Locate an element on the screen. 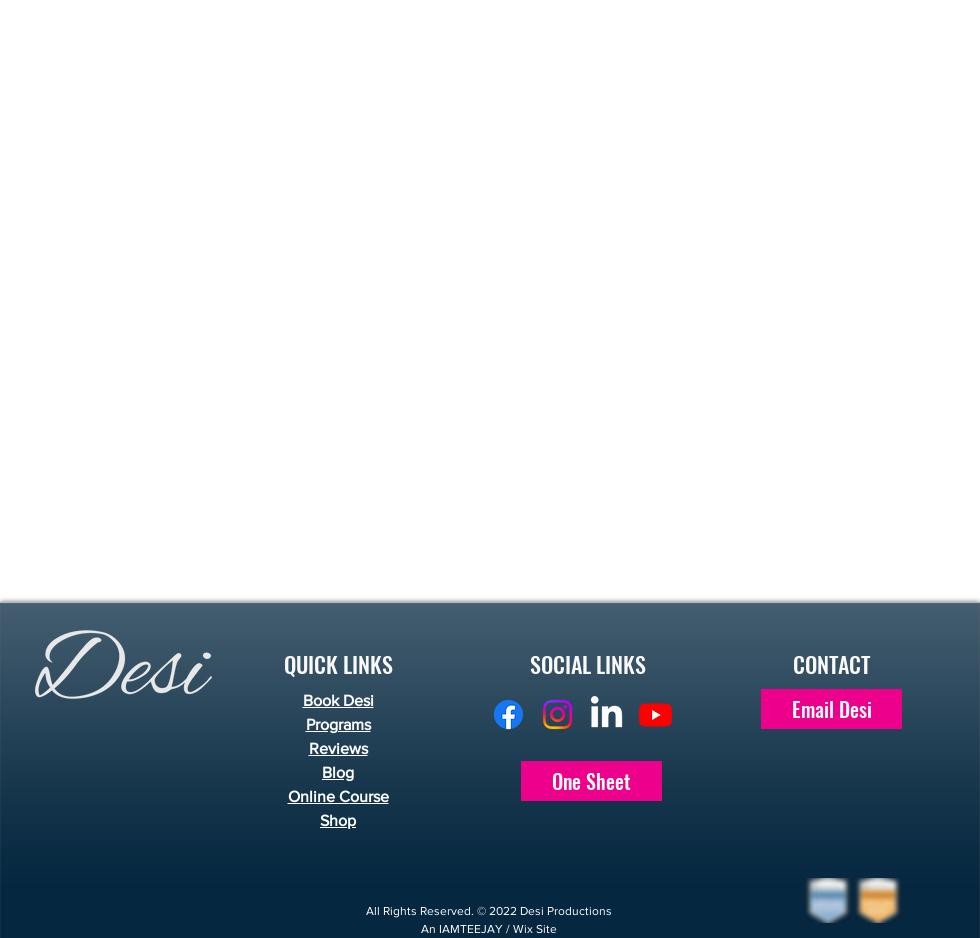  'All Rights Reserved. © 2022 Desi Productions' is located at coordinates (366, 909).